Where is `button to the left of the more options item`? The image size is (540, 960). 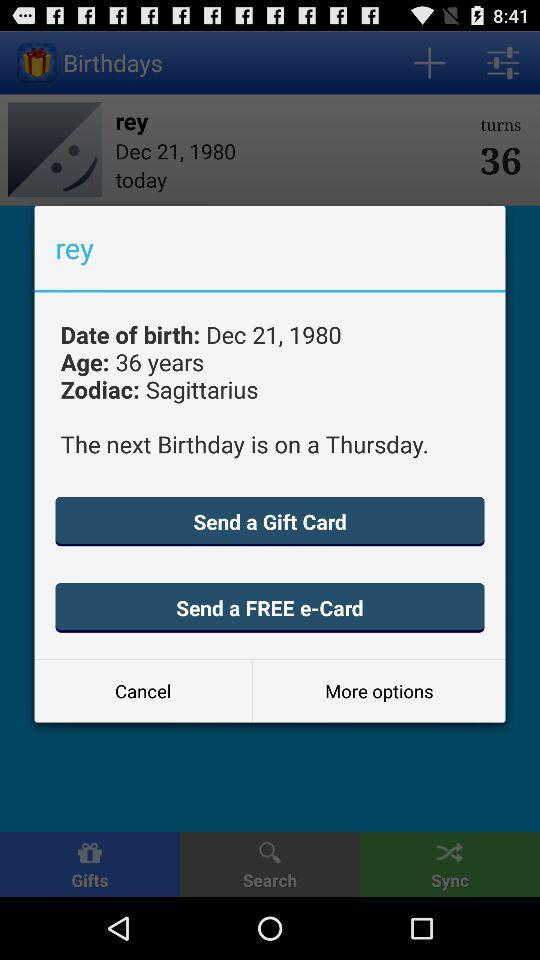 button to the left of the more options item is located at coordinates (142, 691).